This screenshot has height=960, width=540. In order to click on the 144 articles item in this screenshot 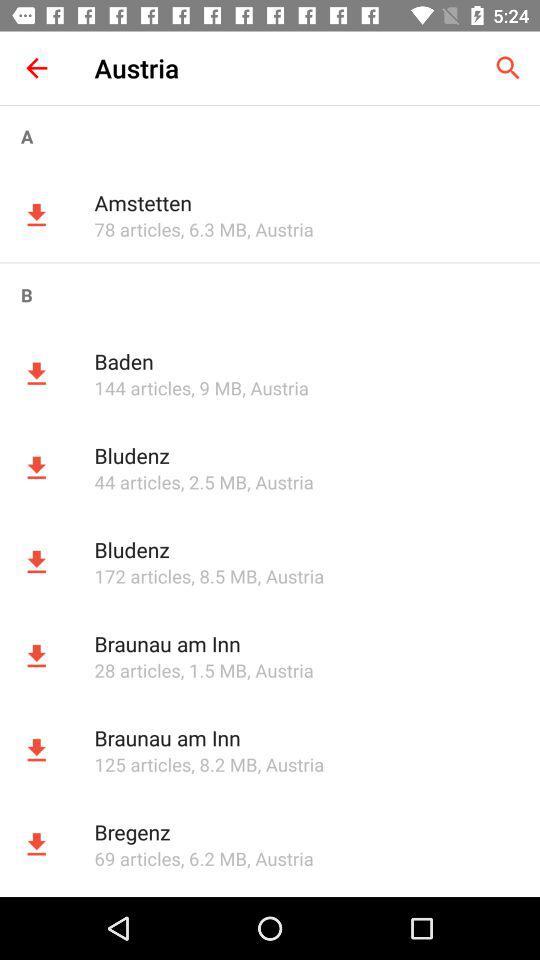, I will do `click(141, 387)`.